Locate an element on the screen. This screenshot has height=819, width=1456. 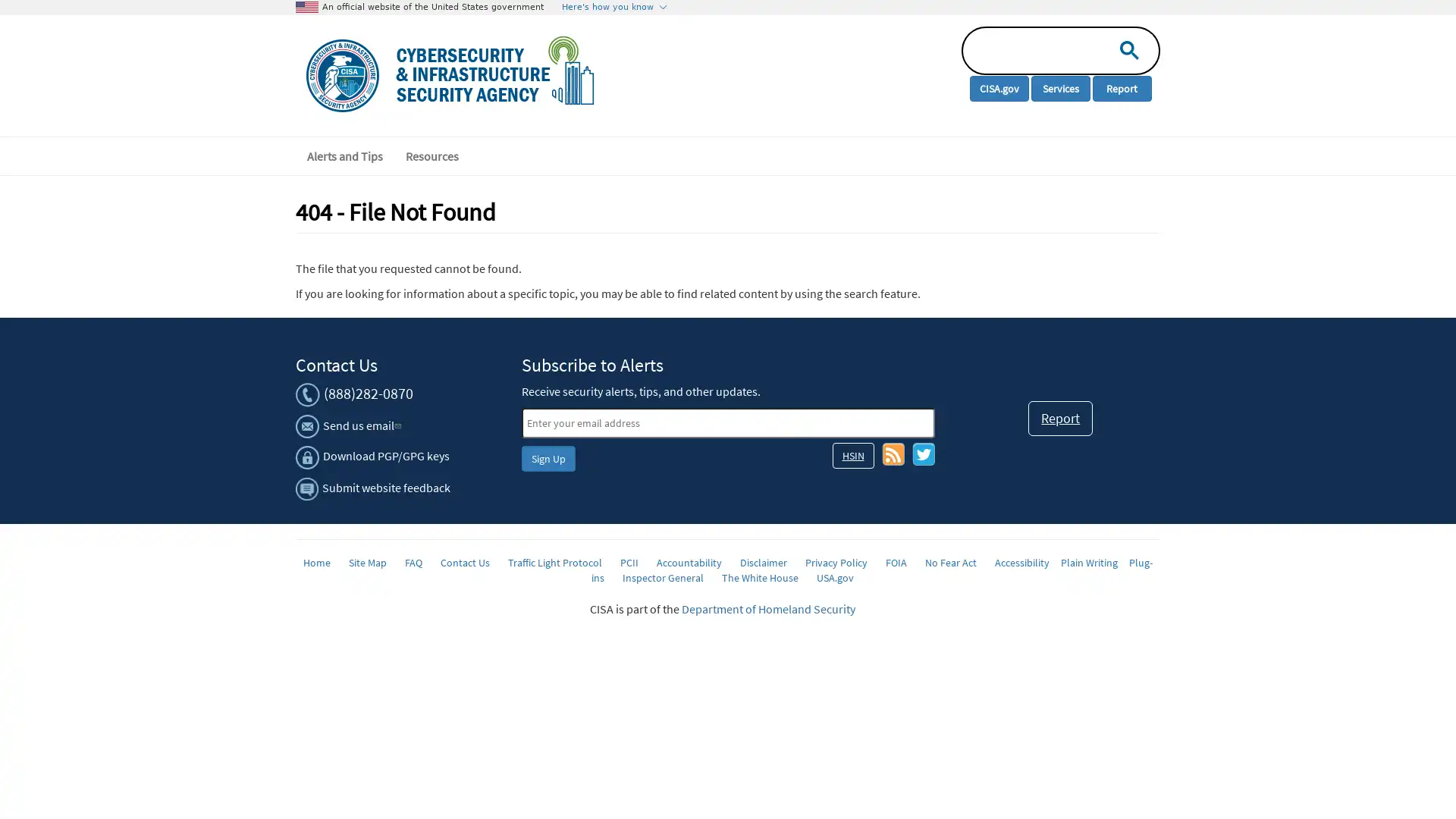
Sign Up is located at coordinates (547, 457).